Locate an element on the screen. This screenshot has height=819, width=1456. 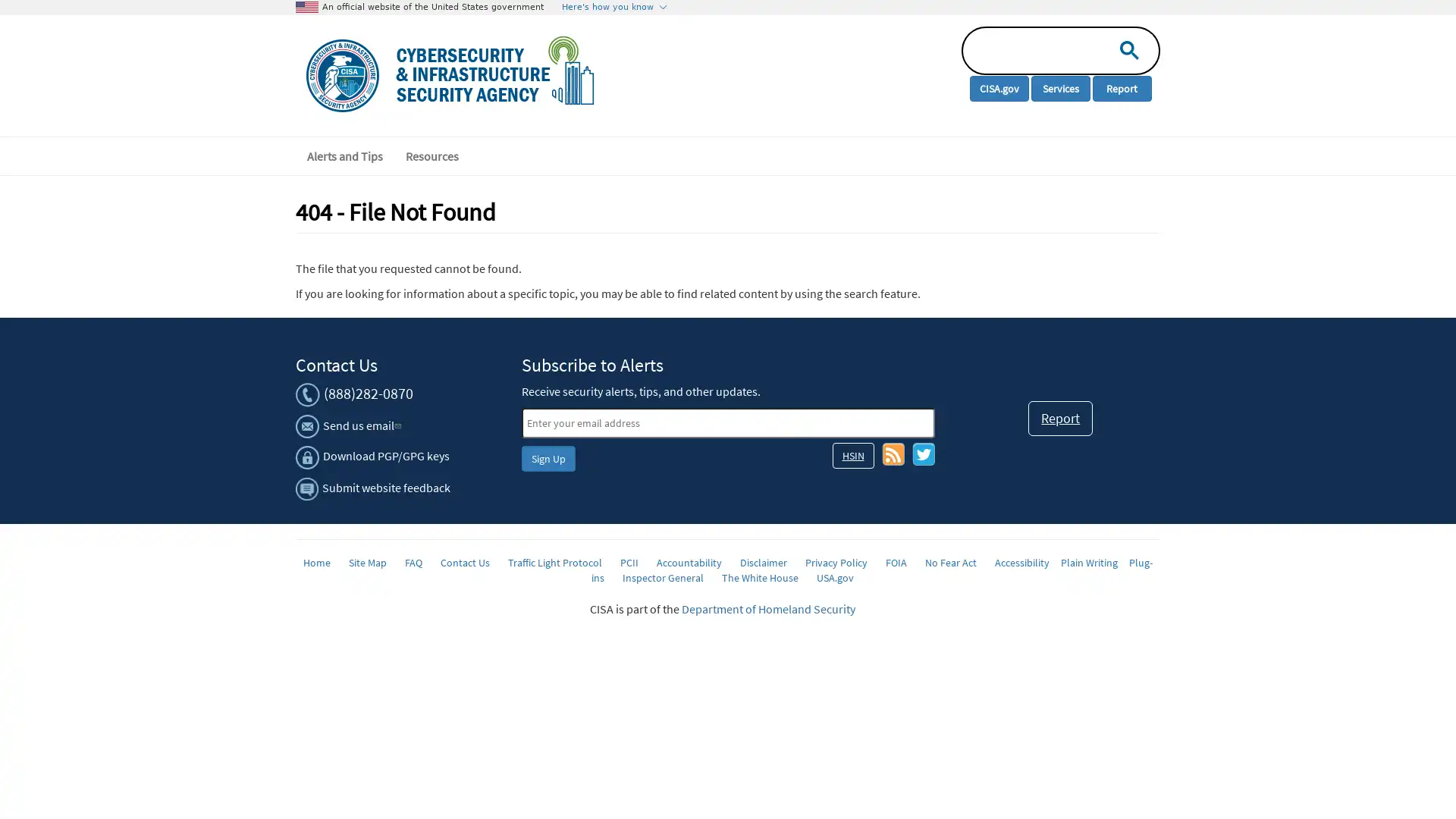
Sign Up is located at coordinates (547, 457).